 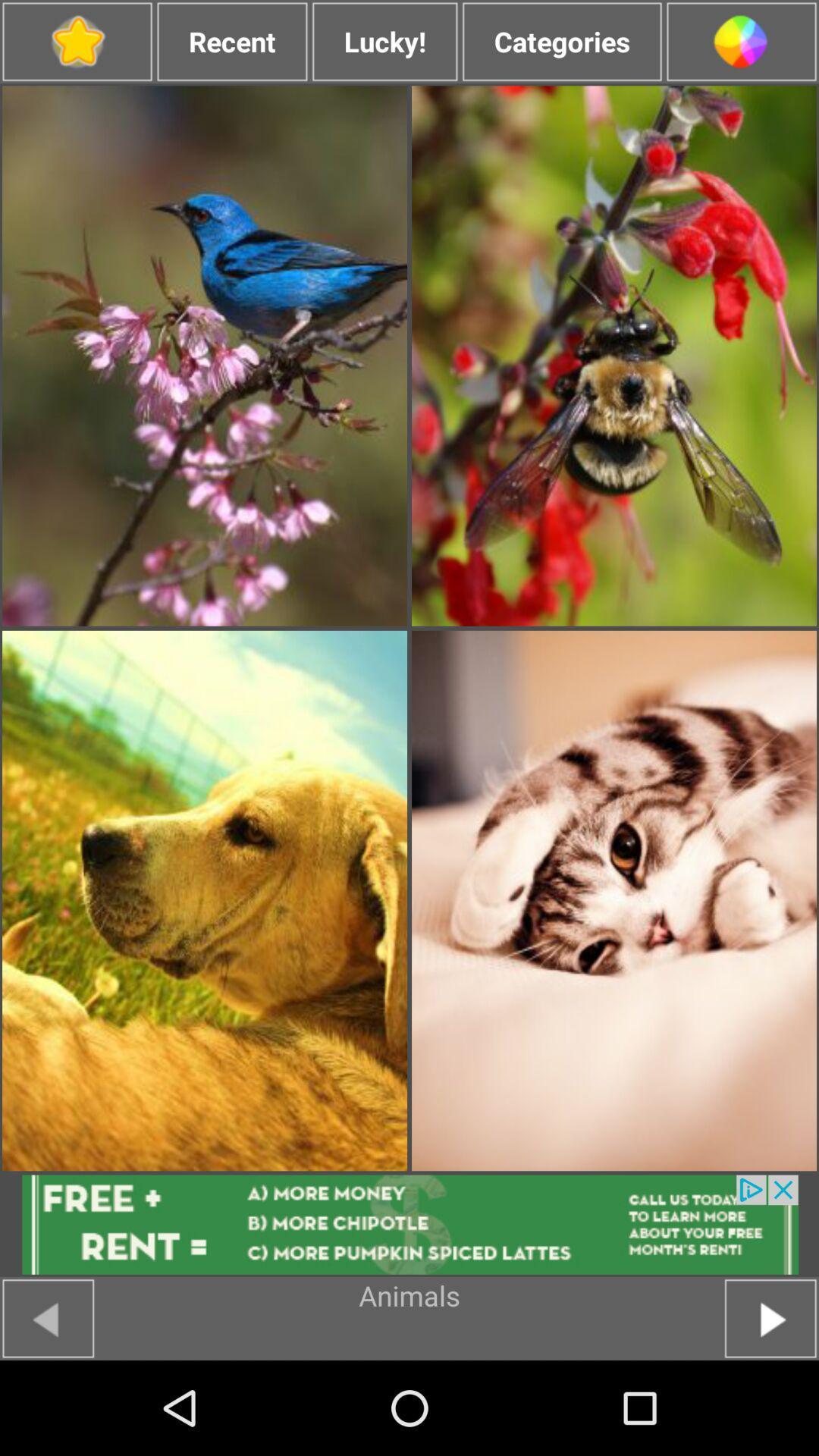 I want to click on autoplay option, so click(x=770, y=1317).